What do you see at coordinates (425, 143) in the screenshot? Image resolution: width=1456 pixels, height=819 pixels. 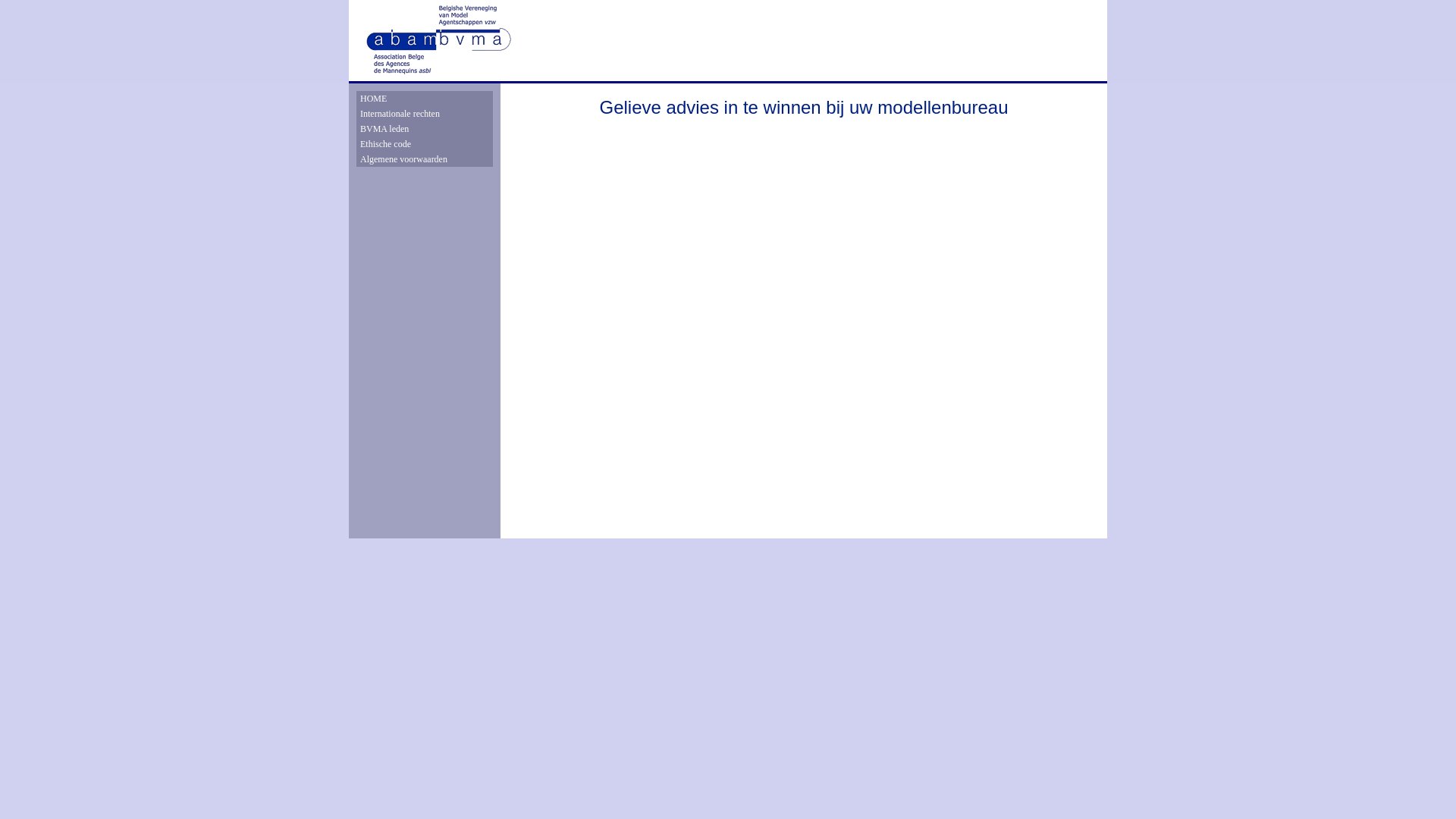 I see `'Ethische code'` at bounding box center [425, 143].